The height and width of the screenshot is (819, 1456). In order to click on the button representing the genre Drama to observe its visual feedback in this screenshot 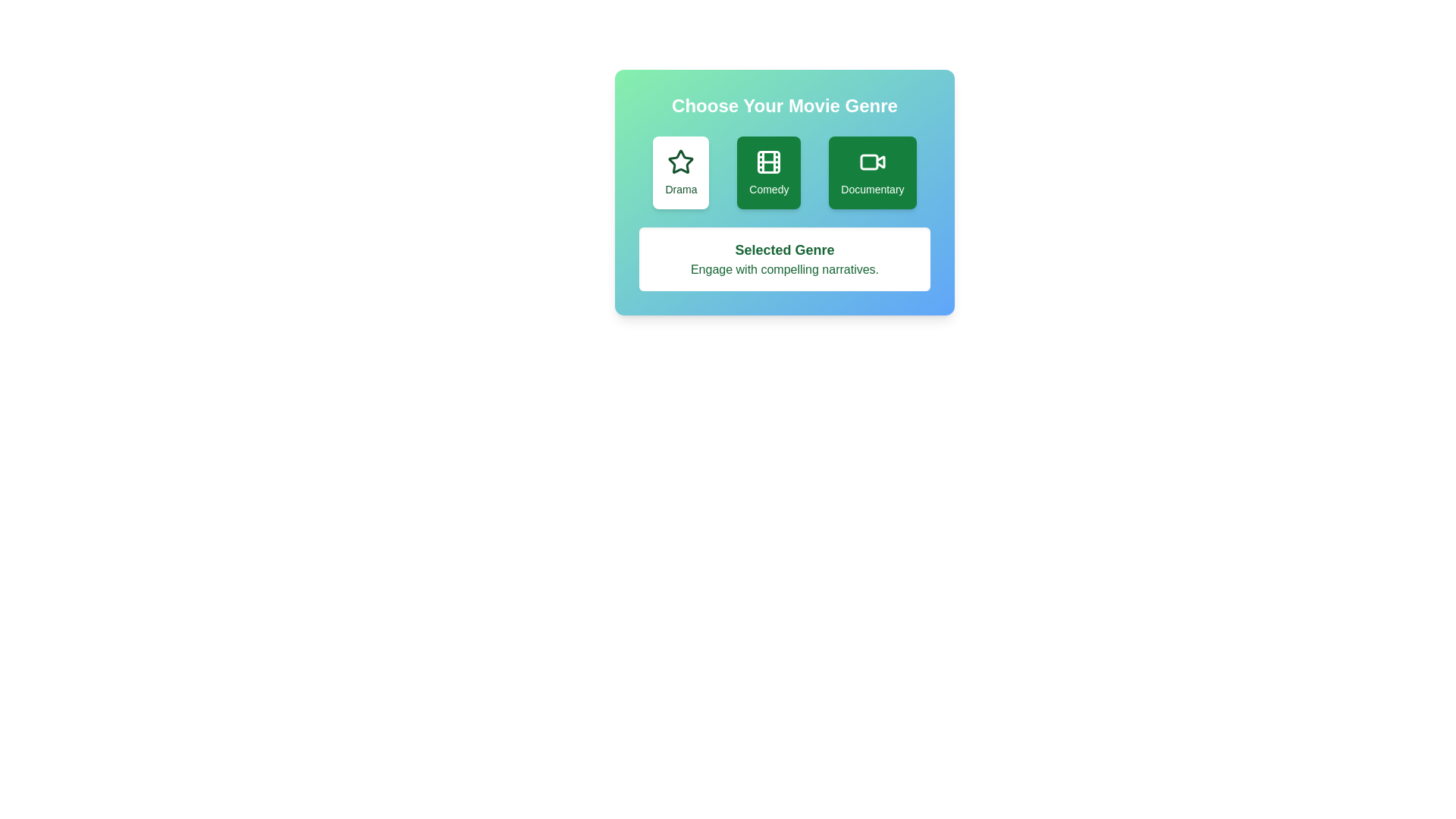, I will do `click(680, 171)`.